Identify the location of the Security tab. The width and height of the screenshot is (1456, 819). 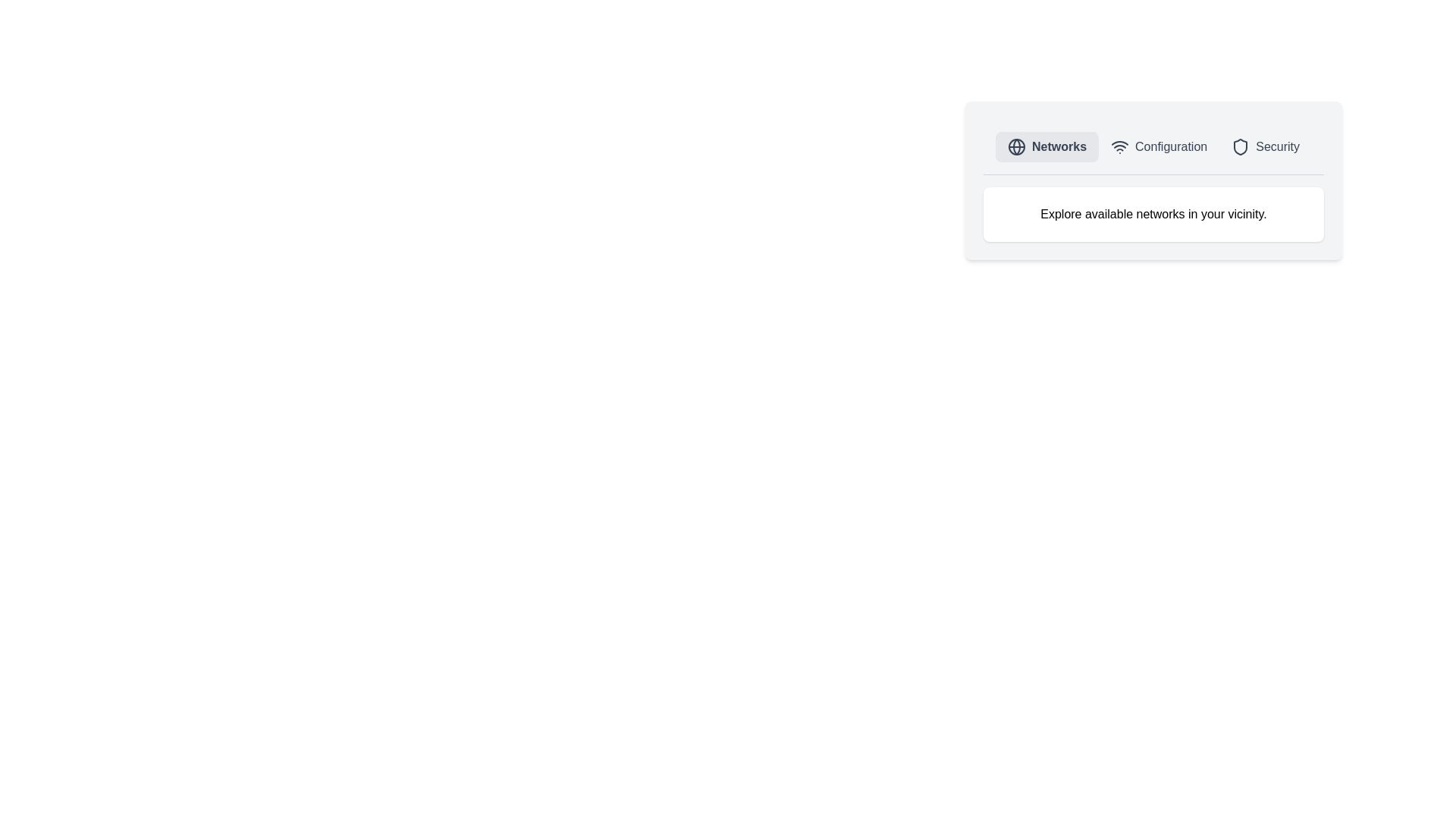
(1266, 146).